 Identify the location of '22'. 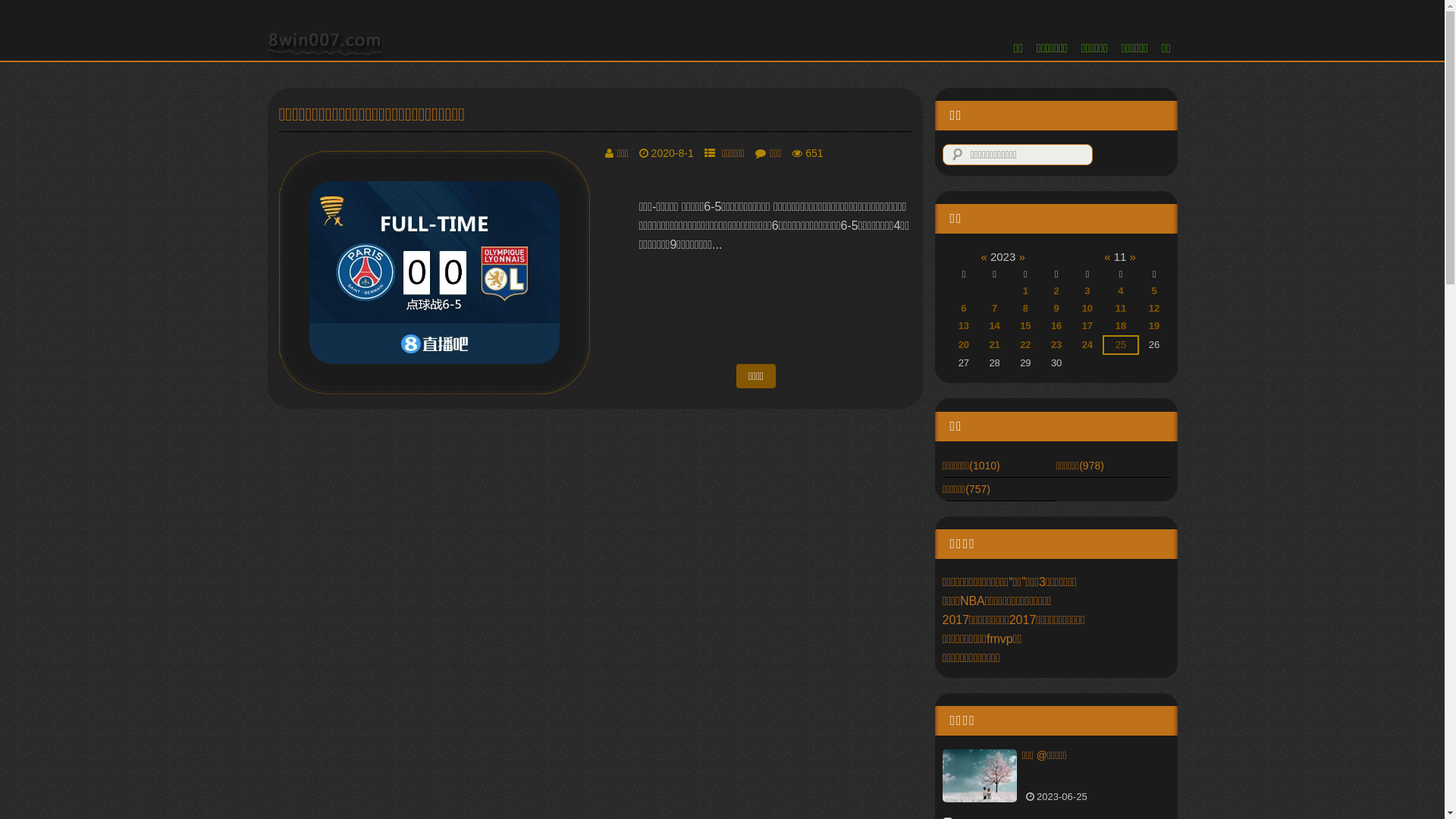
(1019, 344).